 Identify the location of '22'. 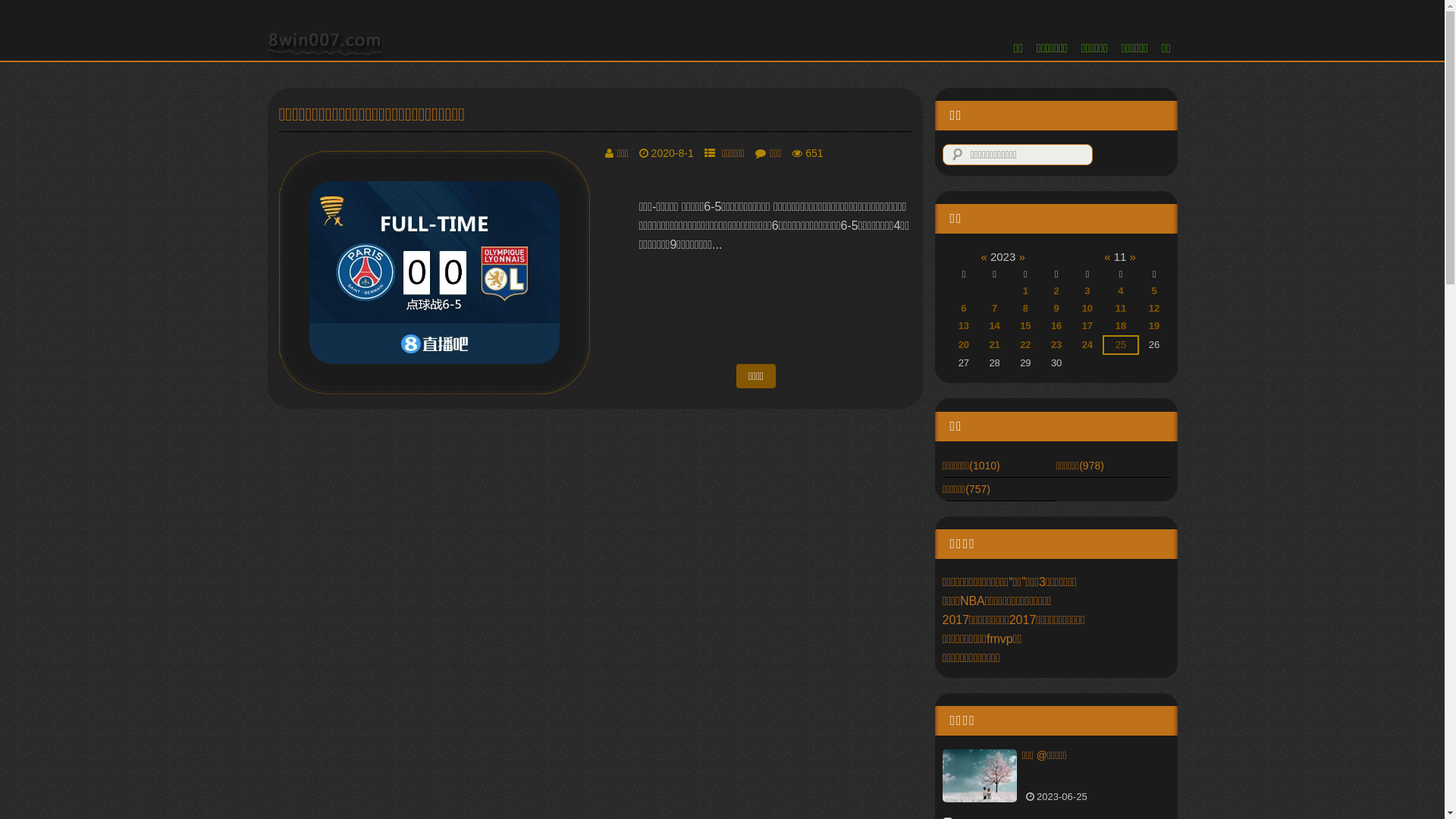
(1019, 344).